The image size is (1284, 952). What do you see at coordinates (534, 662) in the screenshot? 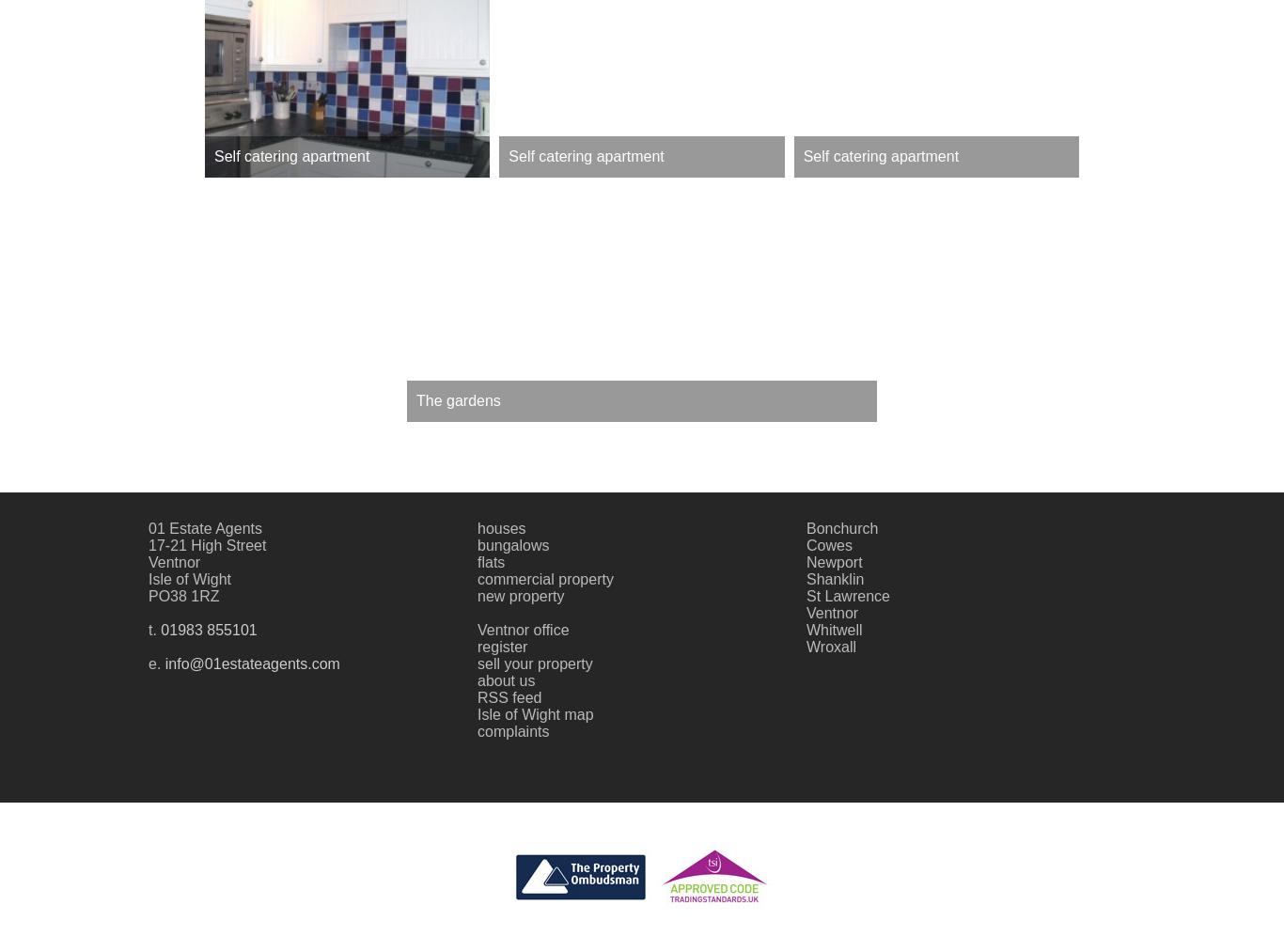
I see `'sell your property'` at bounding box center [534, 662].